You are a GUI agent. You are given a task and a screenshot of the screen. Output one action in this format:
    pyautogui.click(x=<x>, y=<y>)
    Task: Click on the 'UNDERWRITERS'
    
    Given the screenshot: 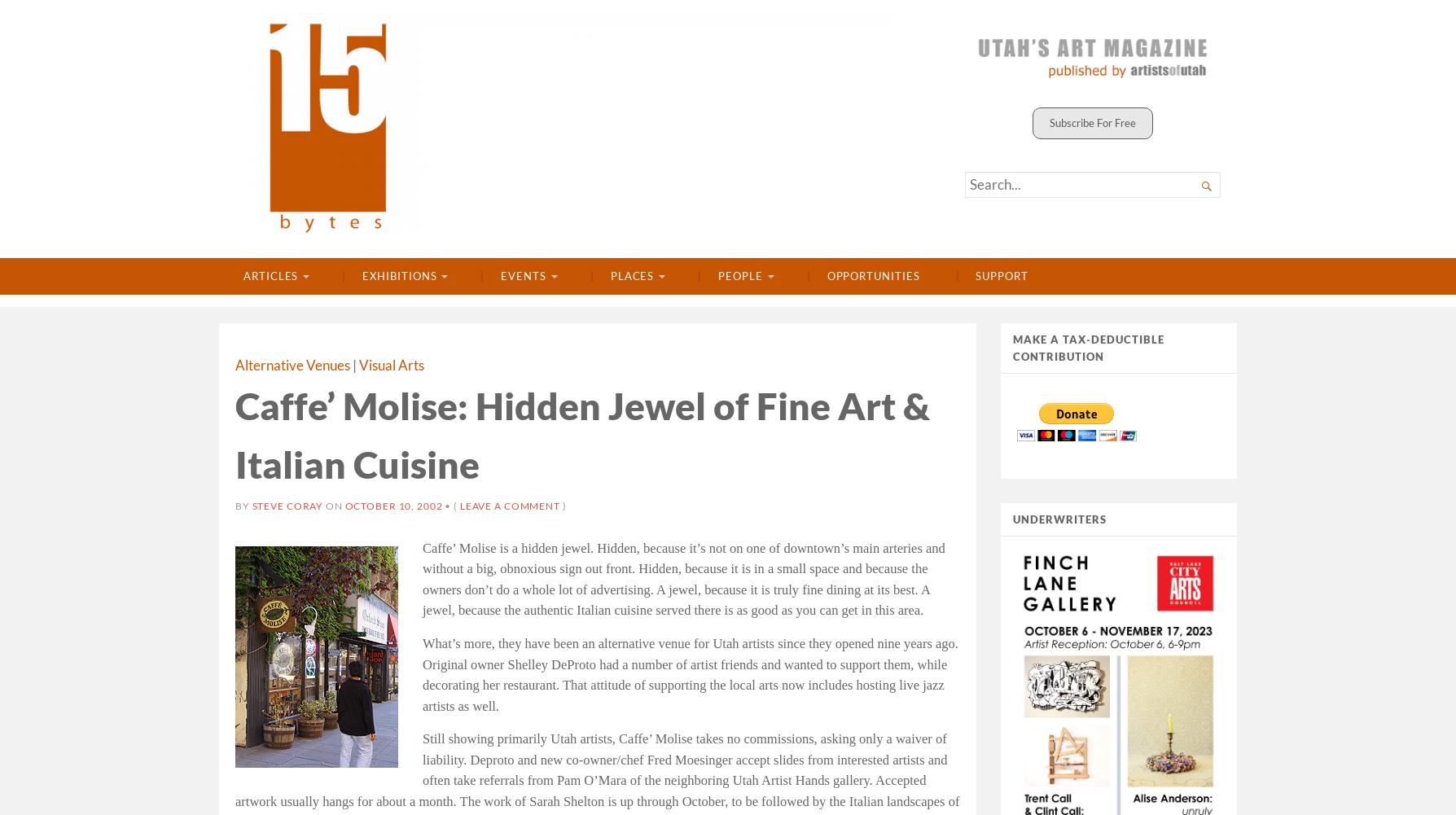 What is the action you would take?
    pyautogui.click(x=1011, y=519)
    